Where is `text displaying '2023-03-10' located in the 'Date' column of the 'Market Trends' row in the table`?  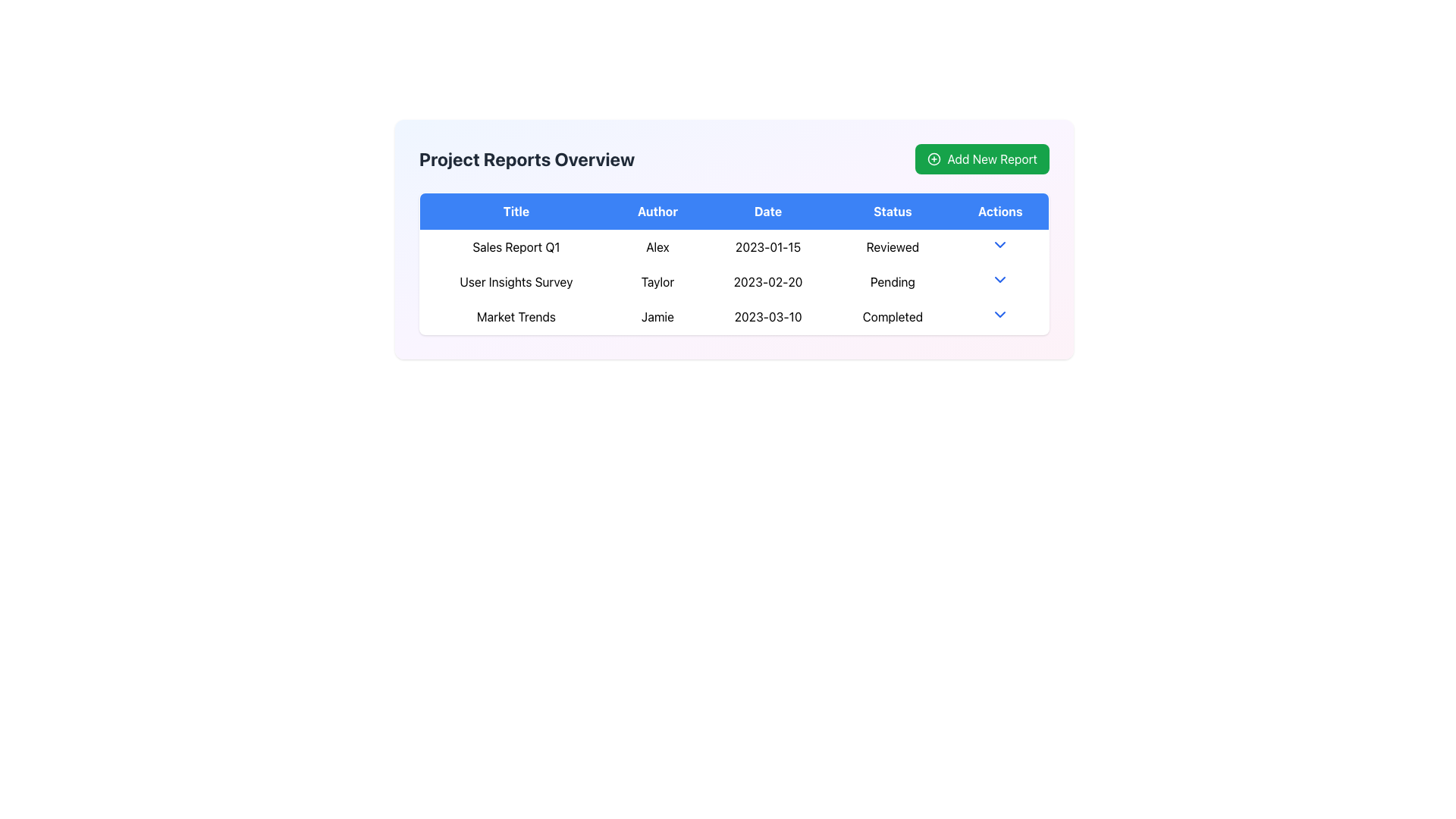 text displaying '2023-03-10' located in the 'Date' column of the 'Market Trends' row in the table is located at coordinates (767, 316).